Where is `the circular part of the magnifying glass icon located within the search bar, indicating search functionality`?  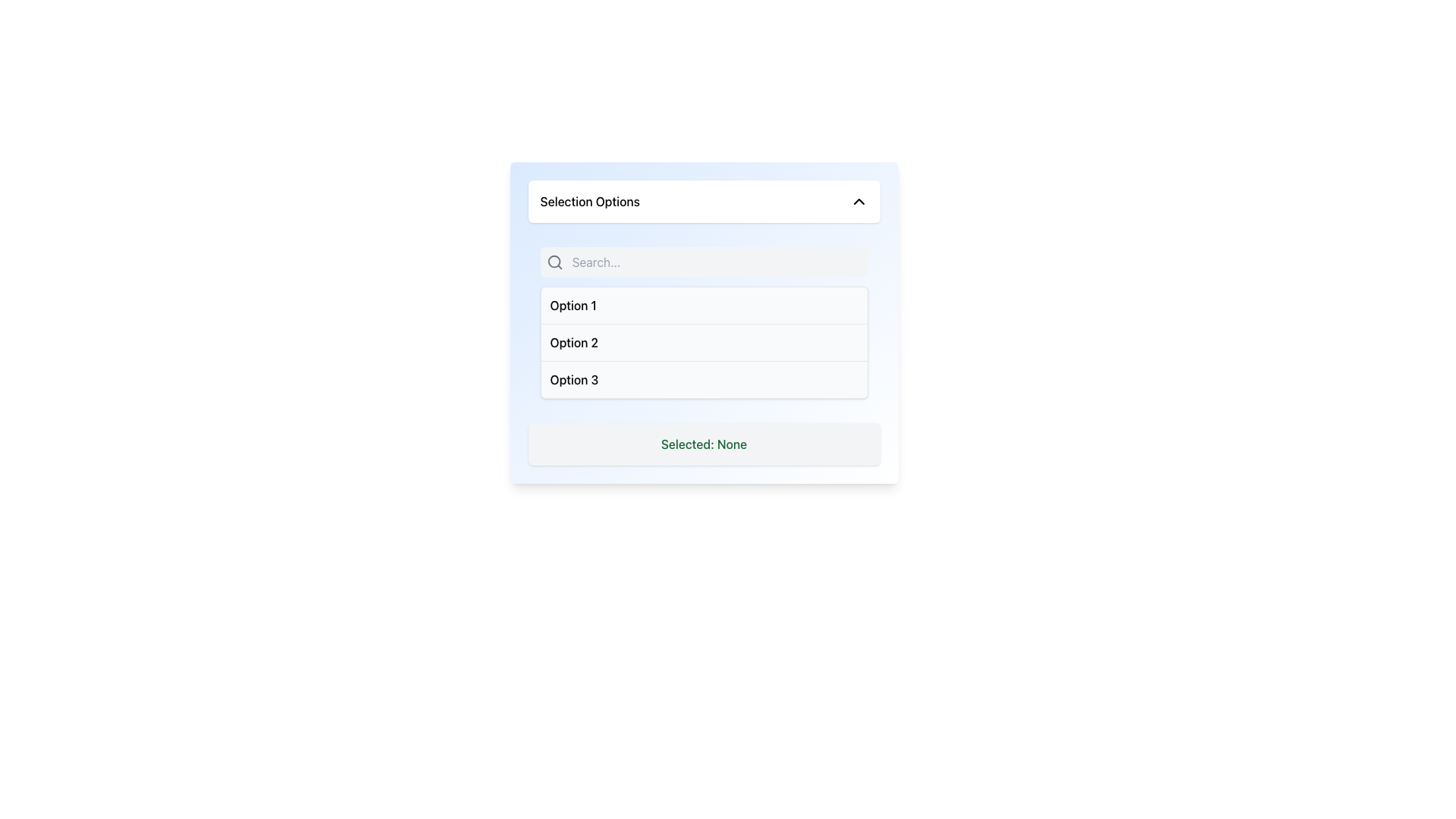
the circular part of the magnifying glass icon located within the search bar, indicating search functionality is located at coordinates (553, 261).